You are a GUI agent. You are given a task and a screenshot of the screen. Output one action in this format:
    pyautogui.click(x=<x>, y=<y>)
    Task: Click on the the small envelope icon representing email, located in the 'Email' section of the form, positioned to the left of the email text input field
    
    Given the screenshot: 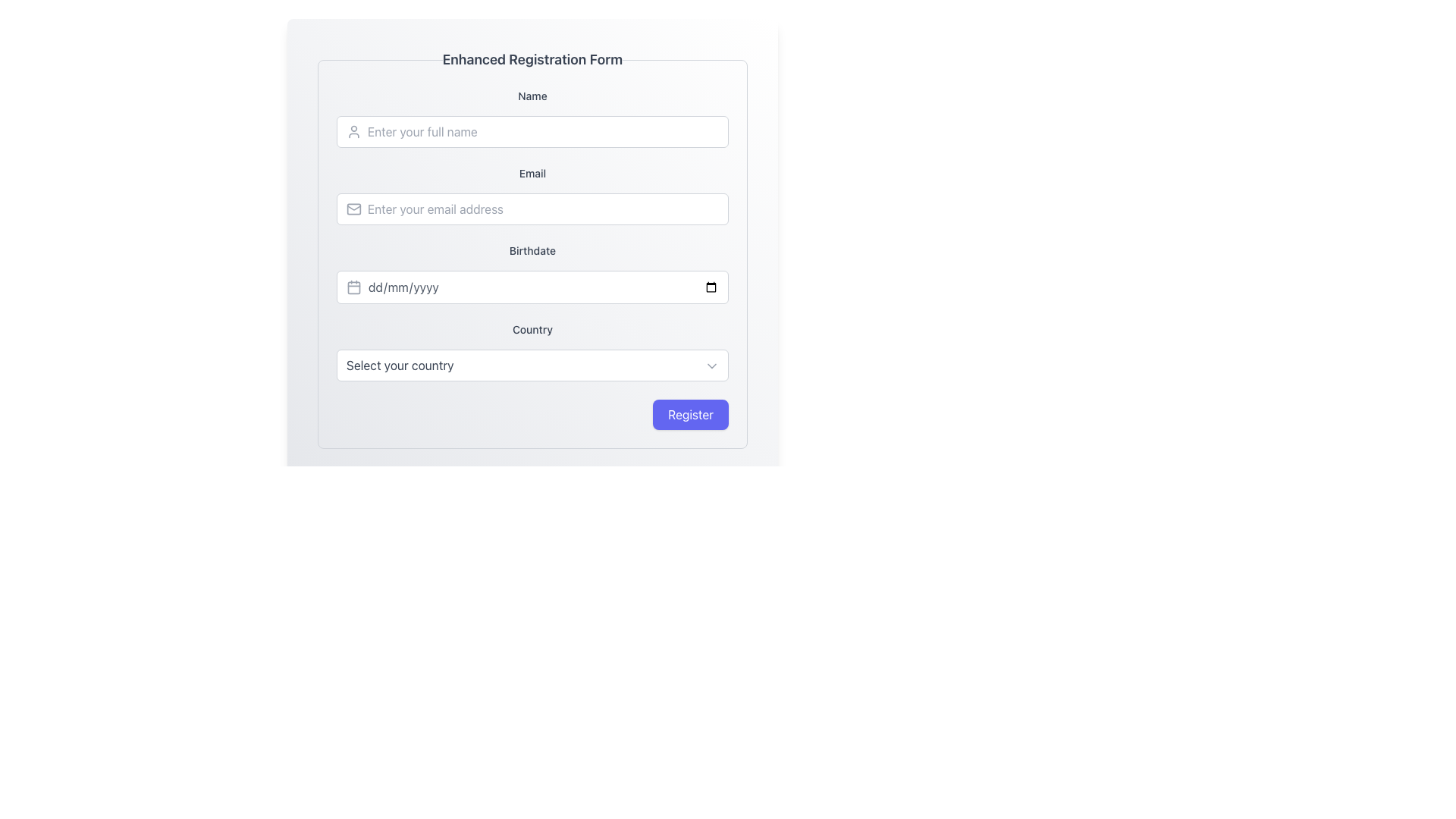 What is the action you would take?
    pyautogui.click(x=353, y=209)
    